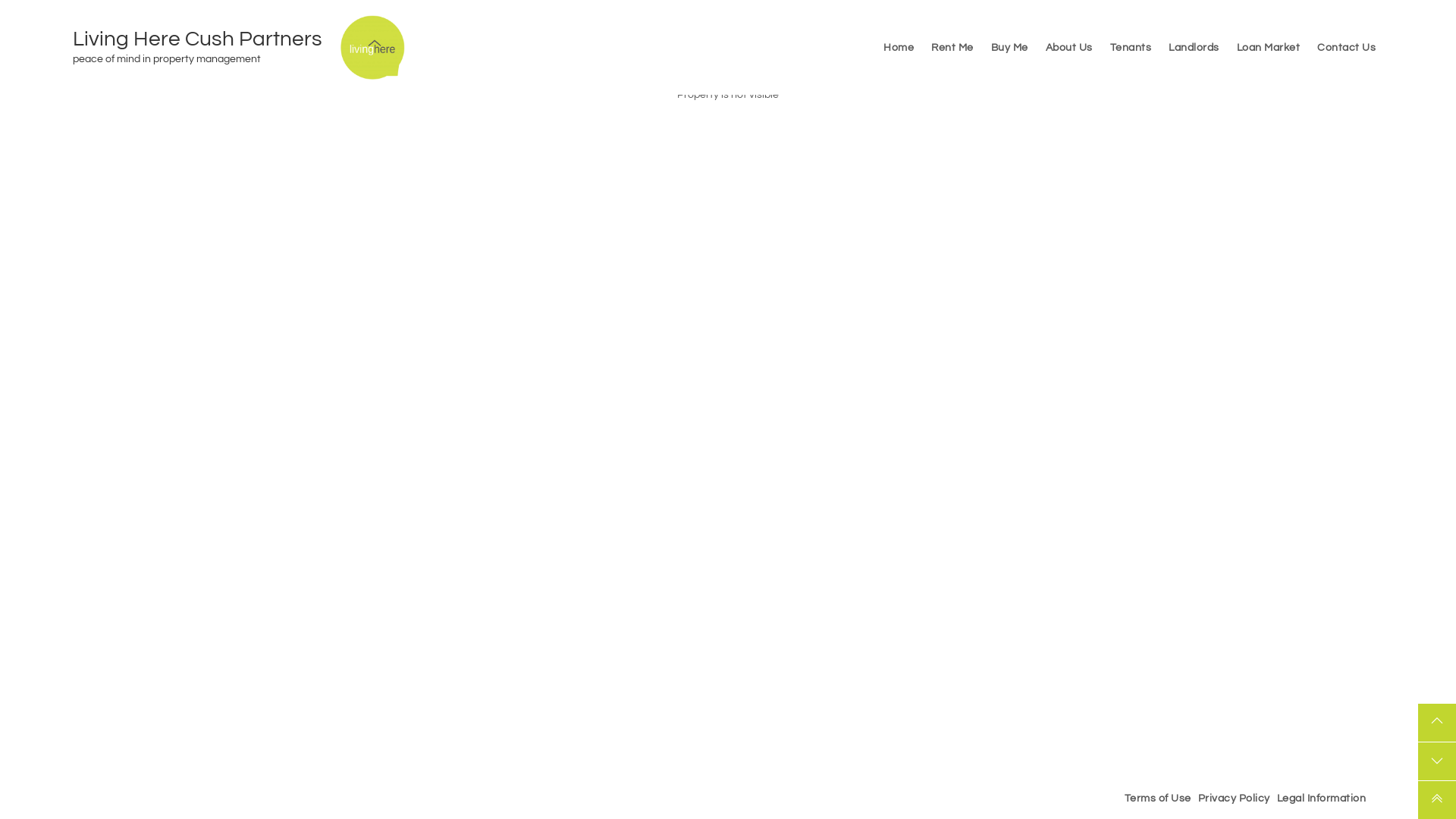  What do you see at coordinates (1193, 45) in the screenshot?
I see `'Landlords'` at bounding box center [1193, 45].